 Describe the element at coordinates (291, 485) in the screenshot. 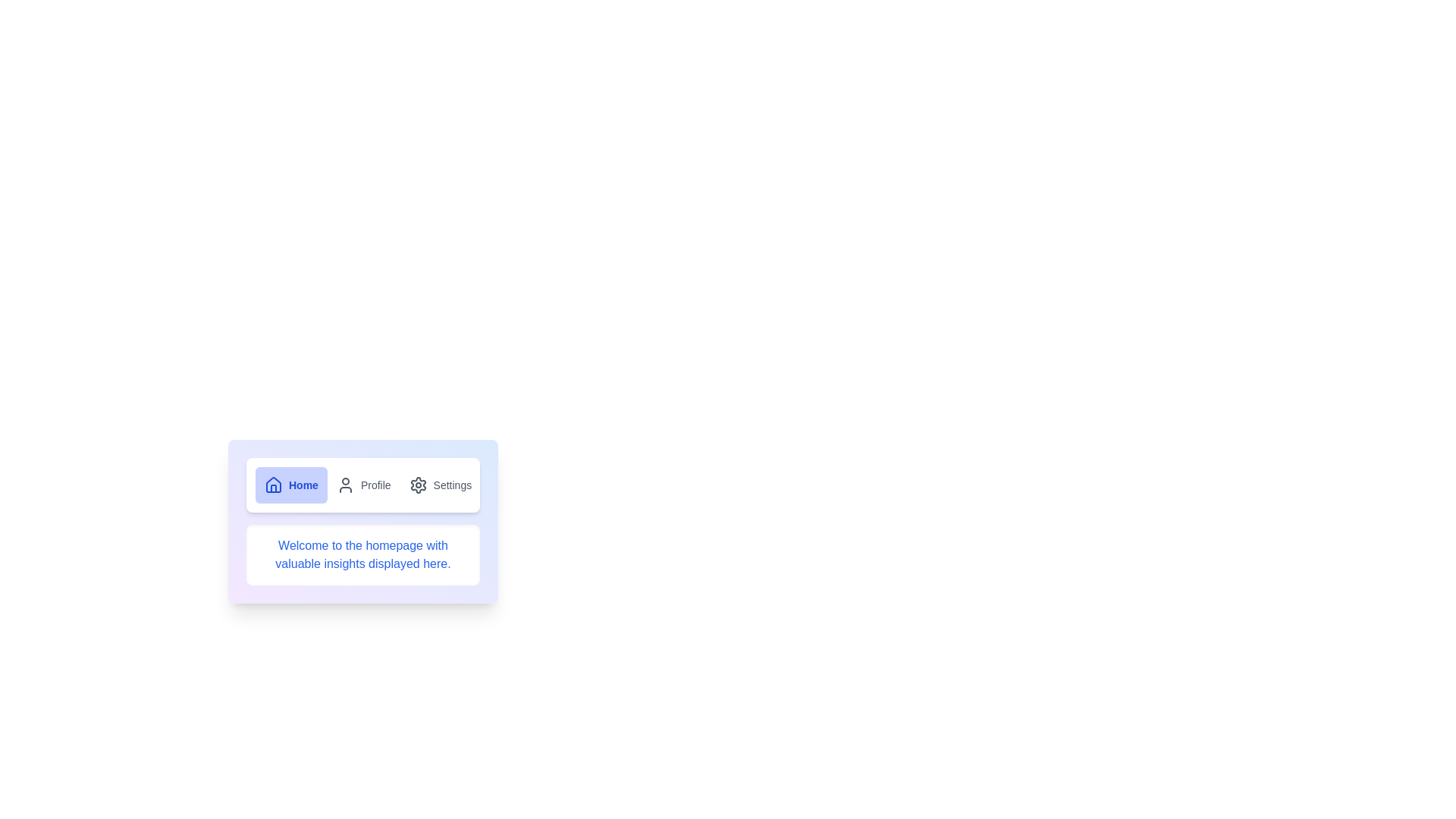

I see `the Home tab to display its content` at that location.